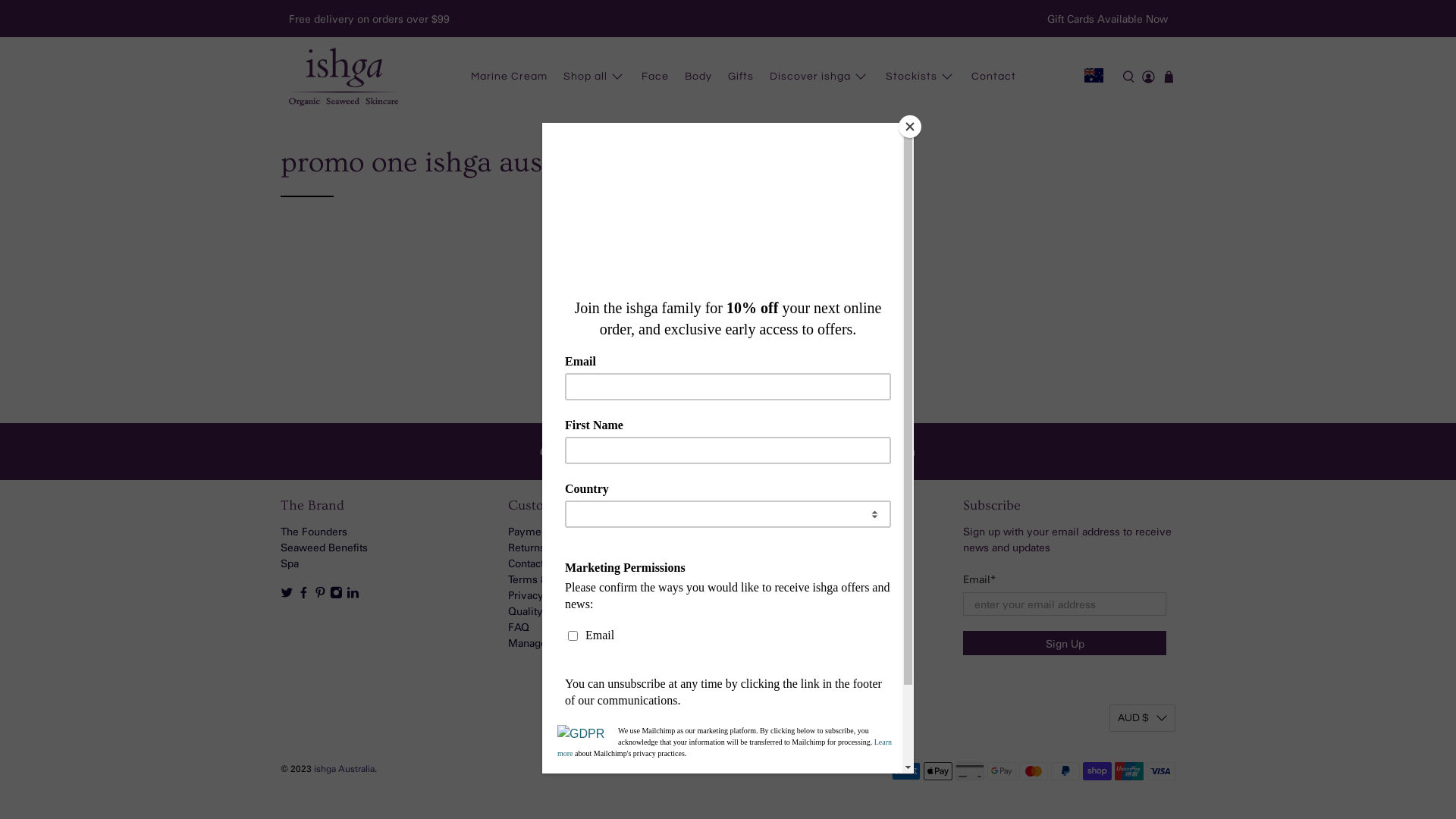 The width and height of the screenshot is (1456, 819). I want to click on 'The Founders', so click(312, 530).